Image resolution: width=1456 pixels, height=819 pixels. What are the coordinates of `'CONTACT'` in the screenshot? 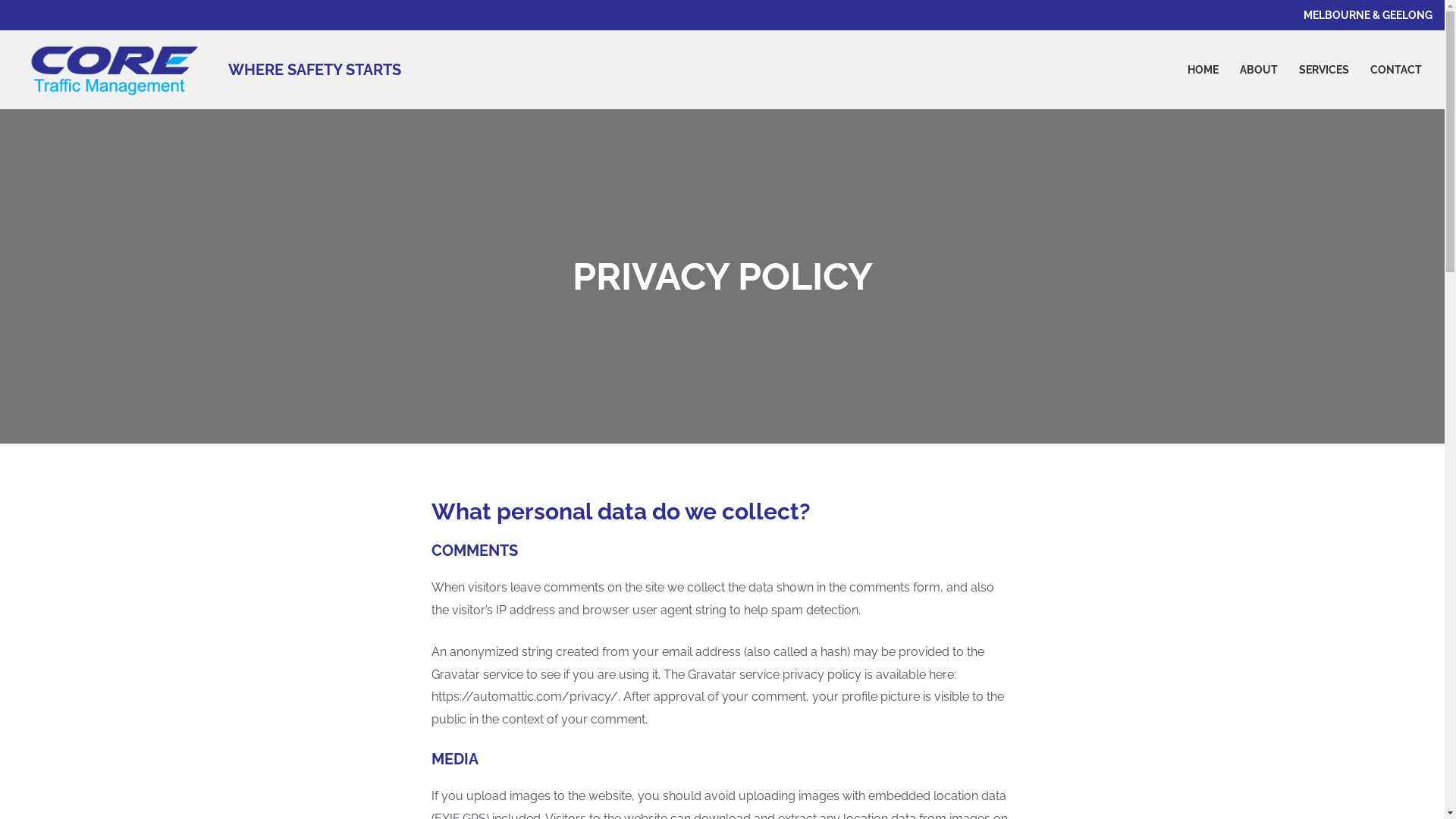 It's located at (1395, 70).